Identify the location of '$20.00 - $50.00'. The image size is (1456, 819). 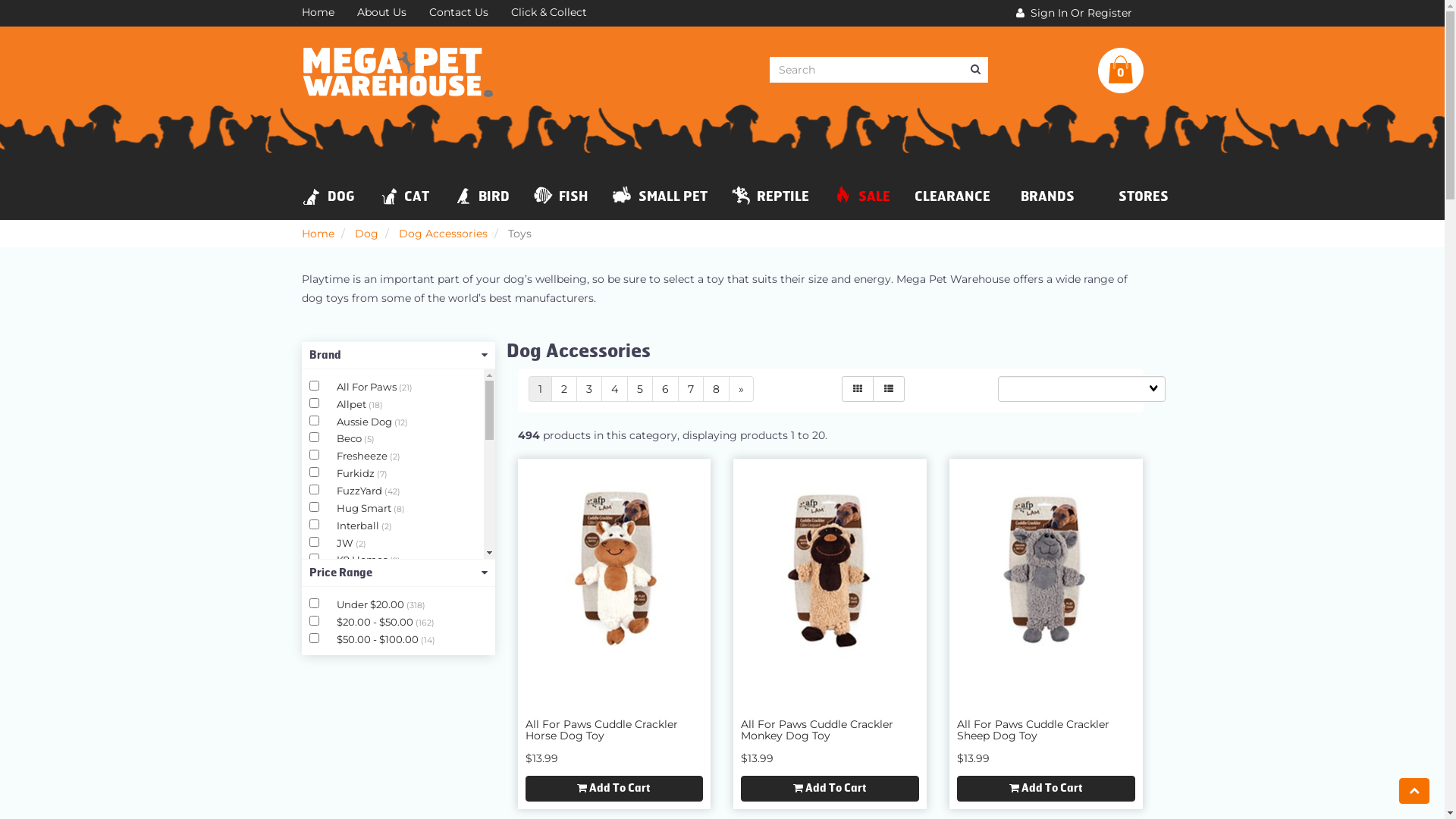
(375, 622).